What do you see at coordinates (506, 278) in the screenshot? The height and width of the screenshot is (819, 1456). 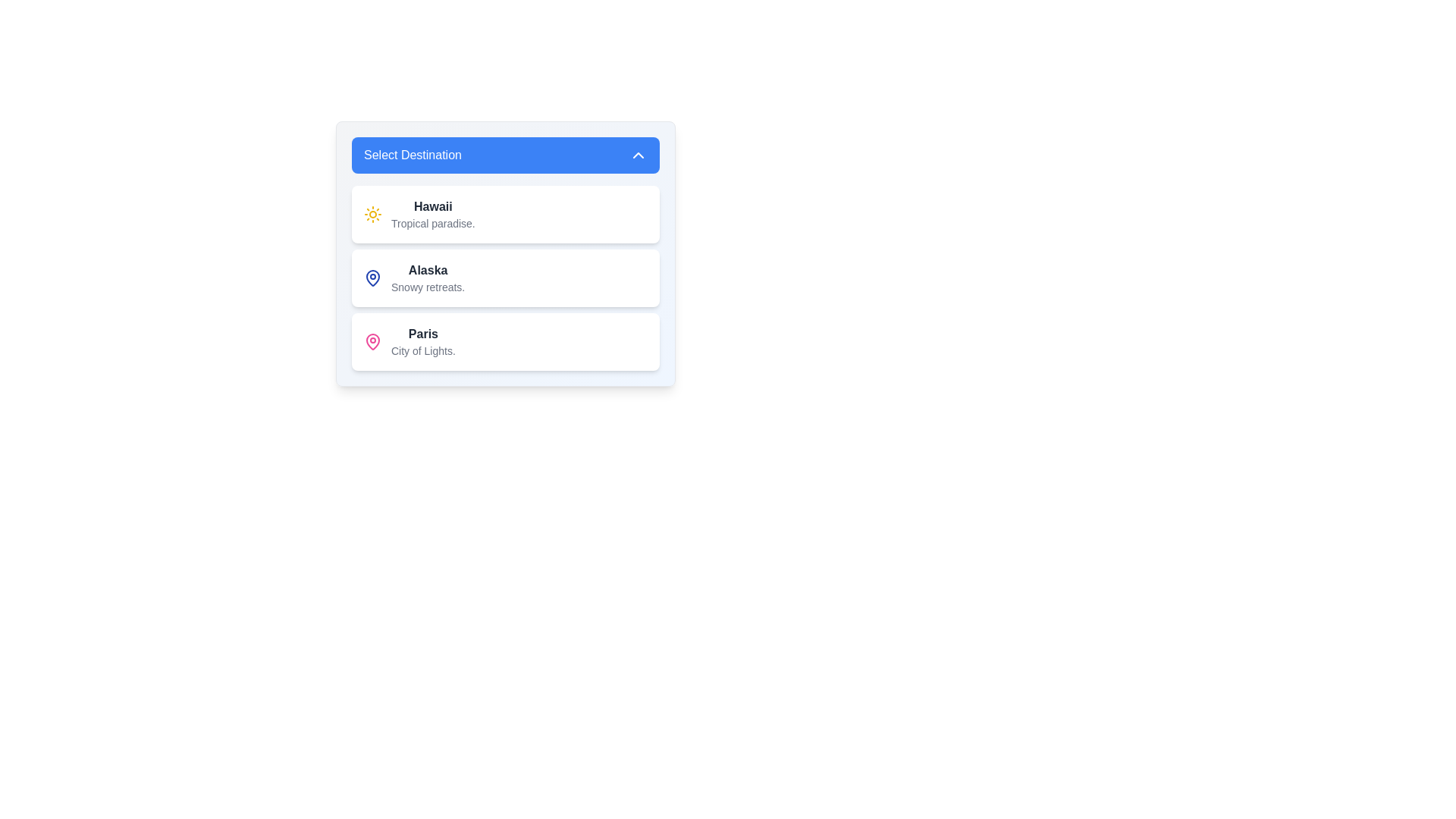 I see `the Option card titled 'Alaska' to navigate via keyboard. This card is the second item in a vertical list of selectable options, positioned between 'Hawaii' and 'Paris'` at bounding box center [506, 278].